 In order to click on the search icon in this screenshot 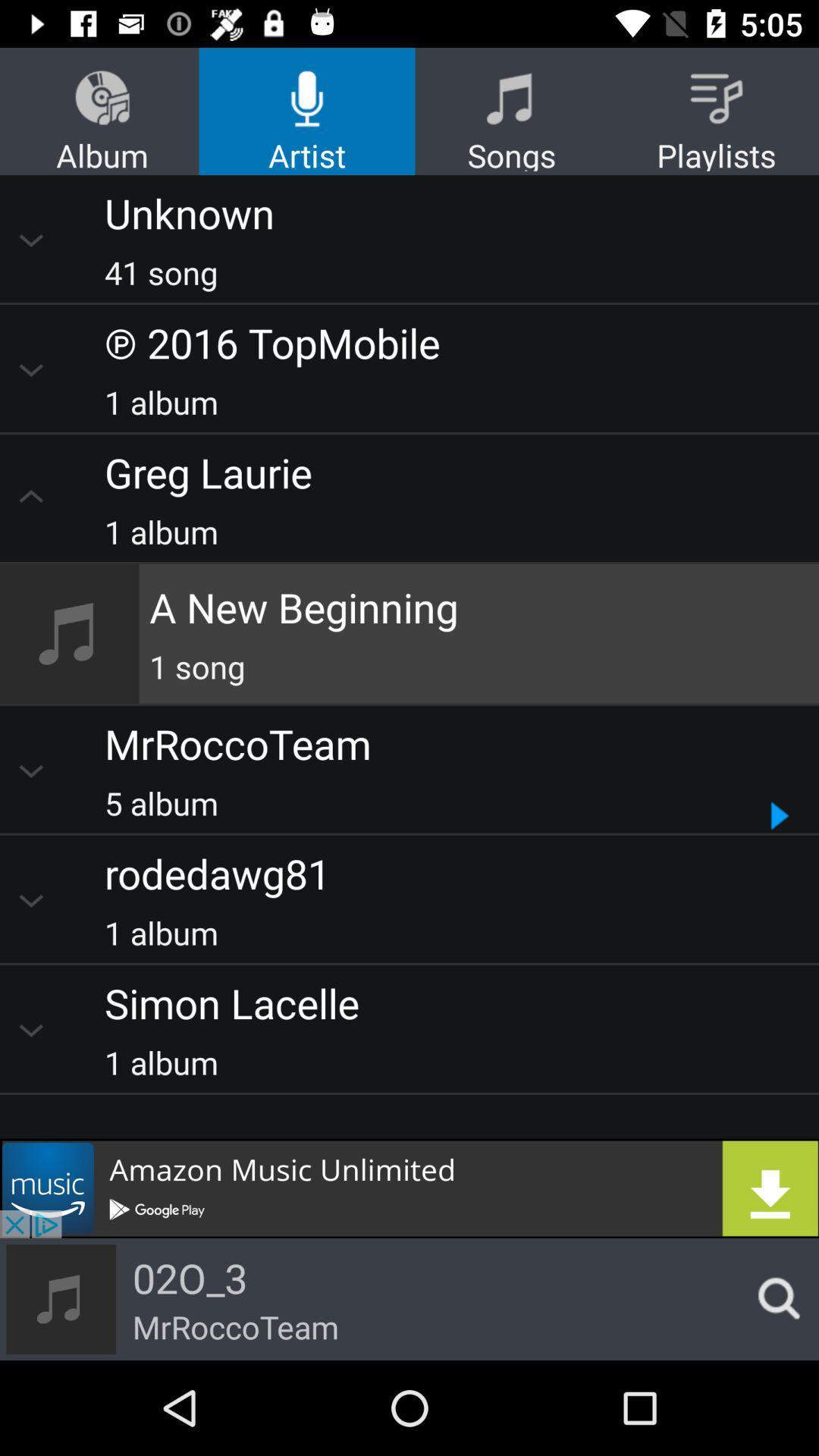, I will do `click(774, 1298)`.